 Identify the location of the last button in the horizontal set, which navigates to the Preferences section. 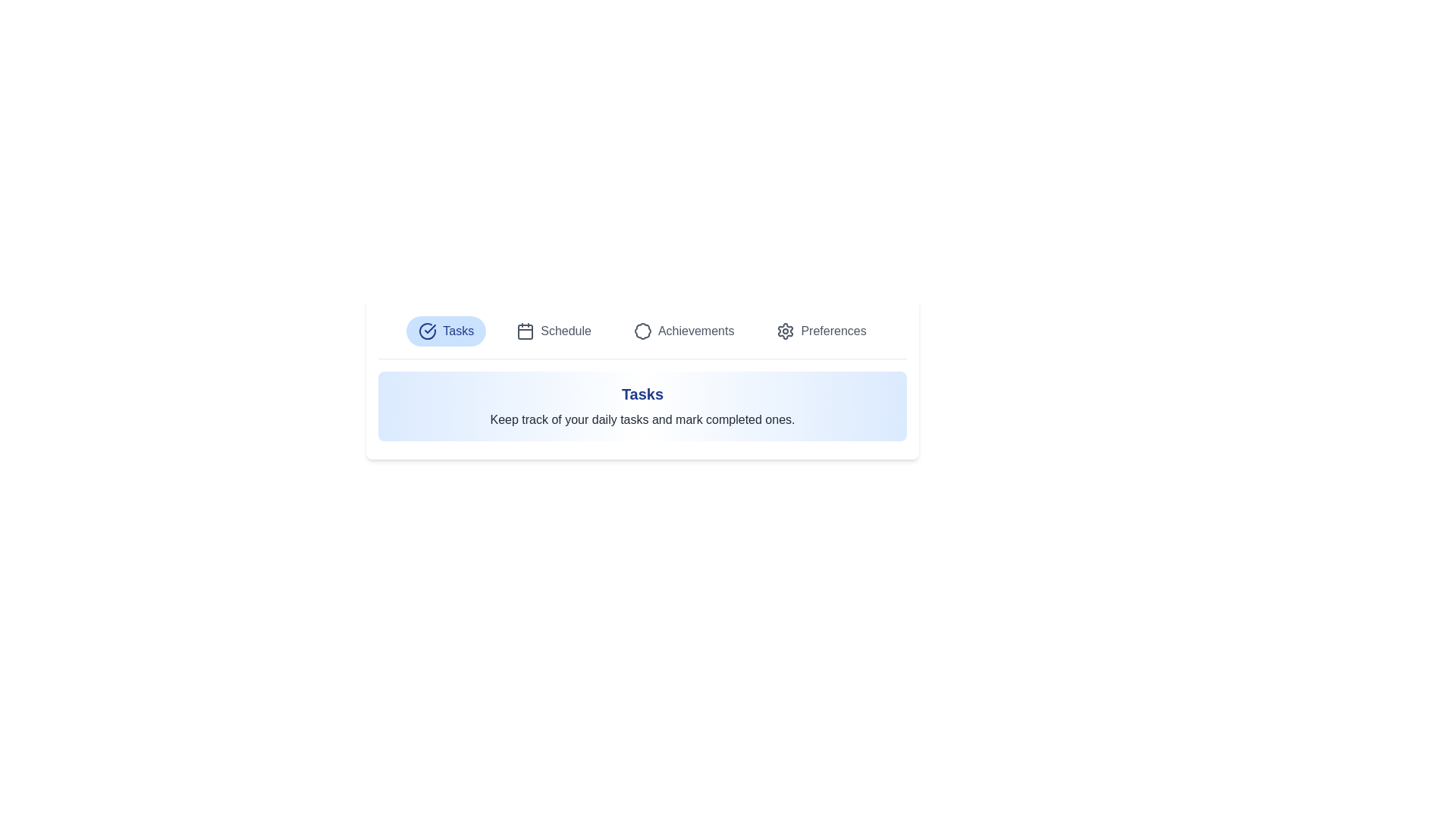
(821, 330).